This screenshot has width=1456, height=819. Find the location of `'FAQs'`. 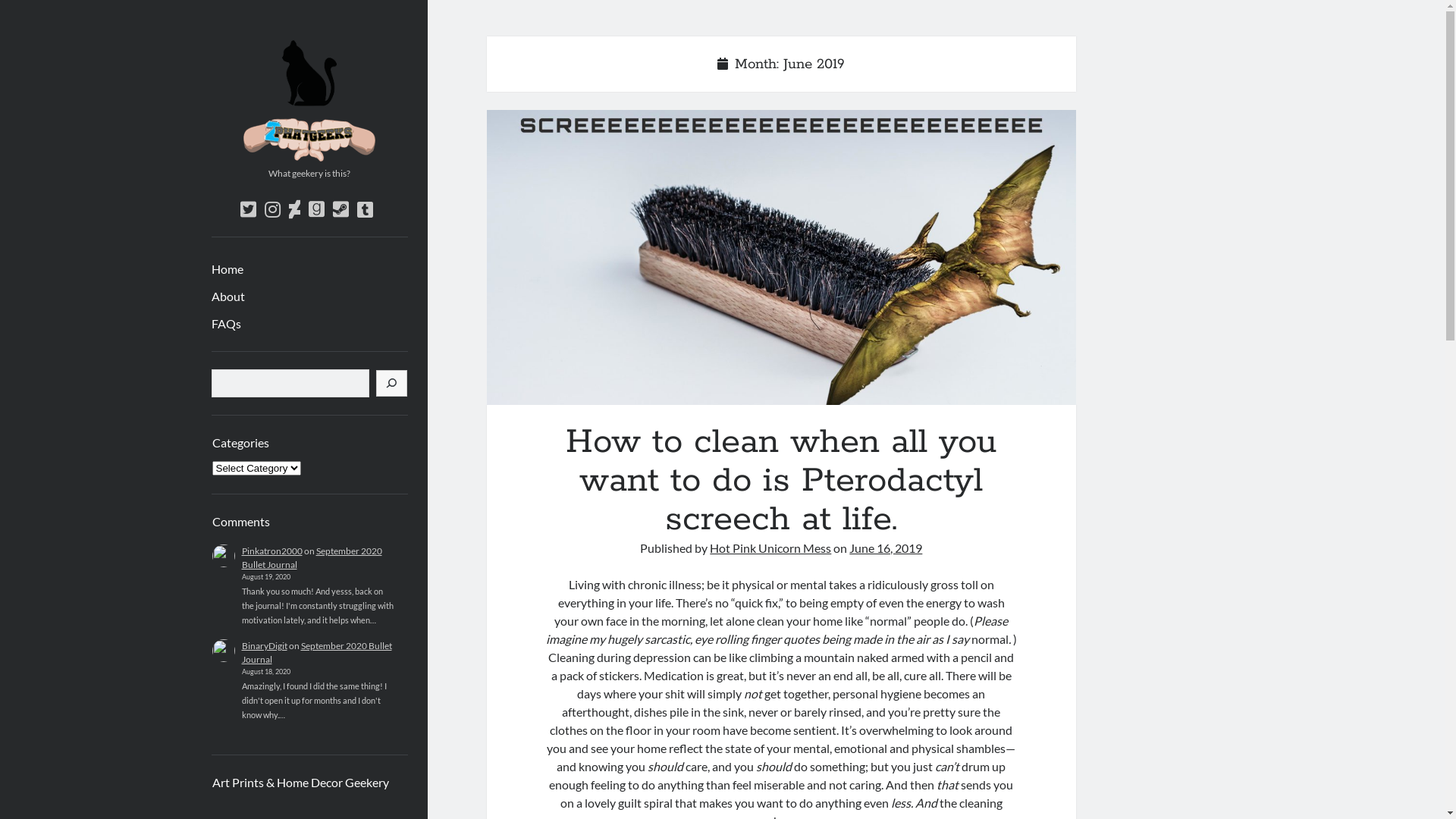

'FAQs' is located at coordinates (224, 323).